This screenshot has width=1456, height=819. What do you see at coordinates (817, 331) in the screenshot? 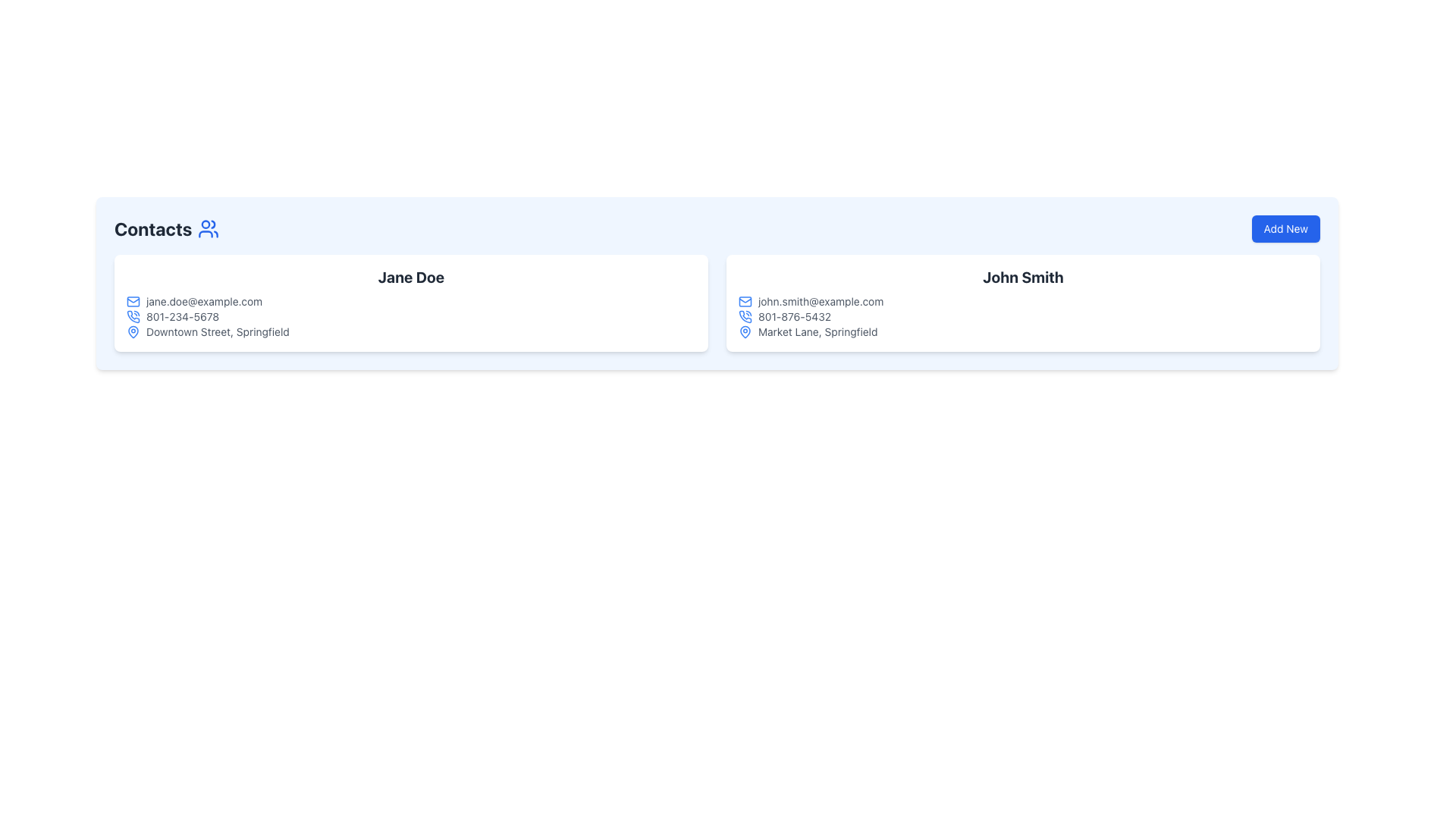
I see `text content 'Market Lane, Springfield', which is located in the right panel of the interface under contact details for 'John Smith' and follows a phone number field` at bounding box center [817, 331].